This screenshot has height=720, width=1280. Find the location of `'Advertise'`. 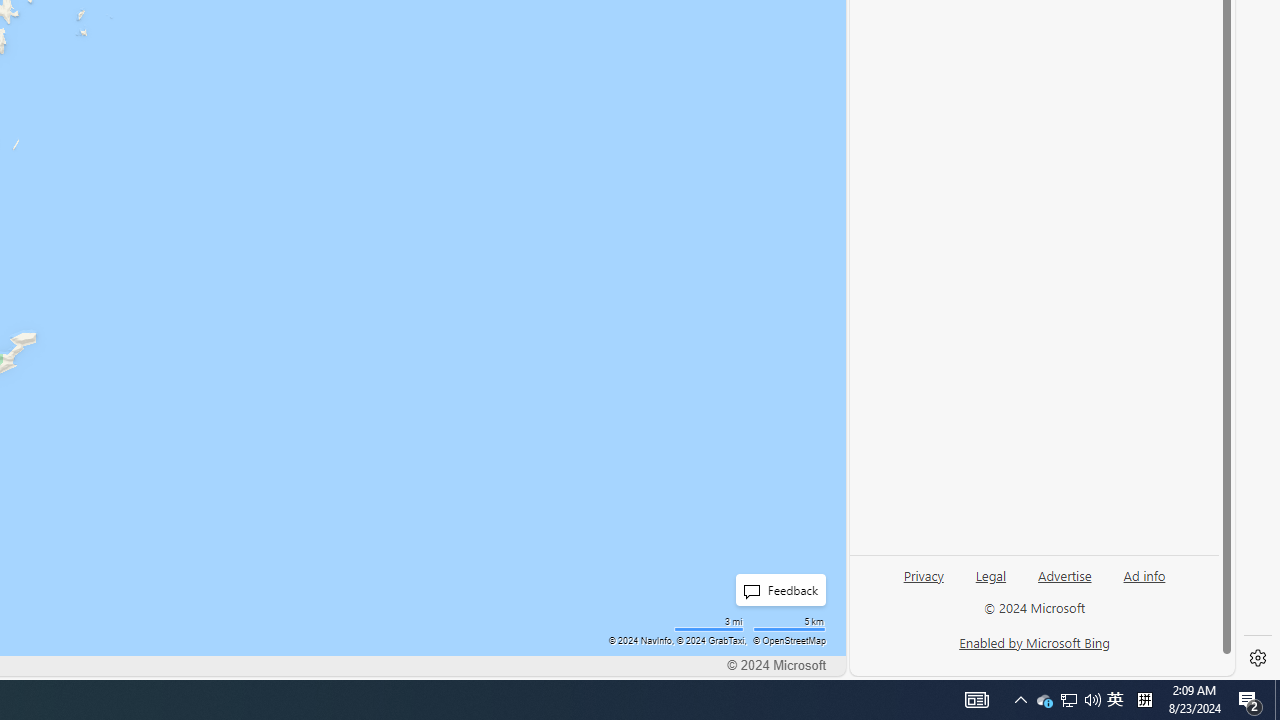

'Advertise' is located at coordinates (1063, 583).